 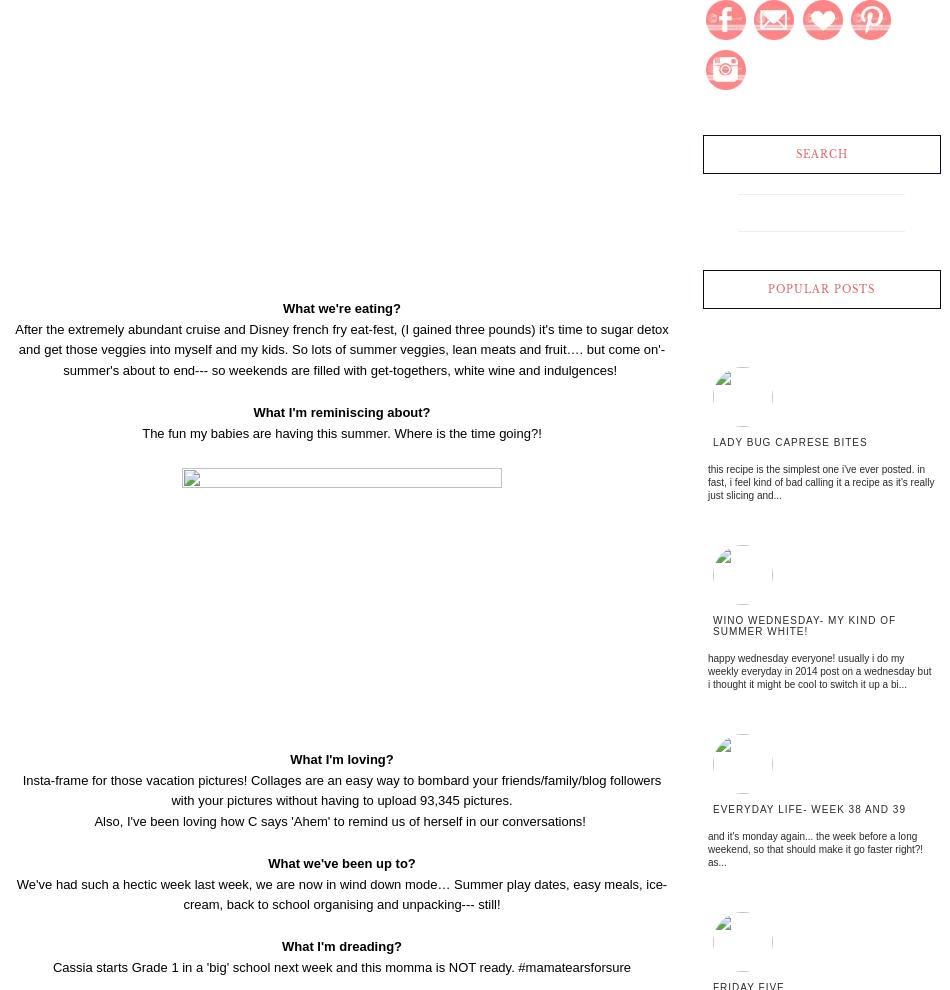 What do you see at coordinates (803, 624) in the screenshot?
I see `'Wino Wednesday- My kind of summer white!'` at bounding box center [803, 624].